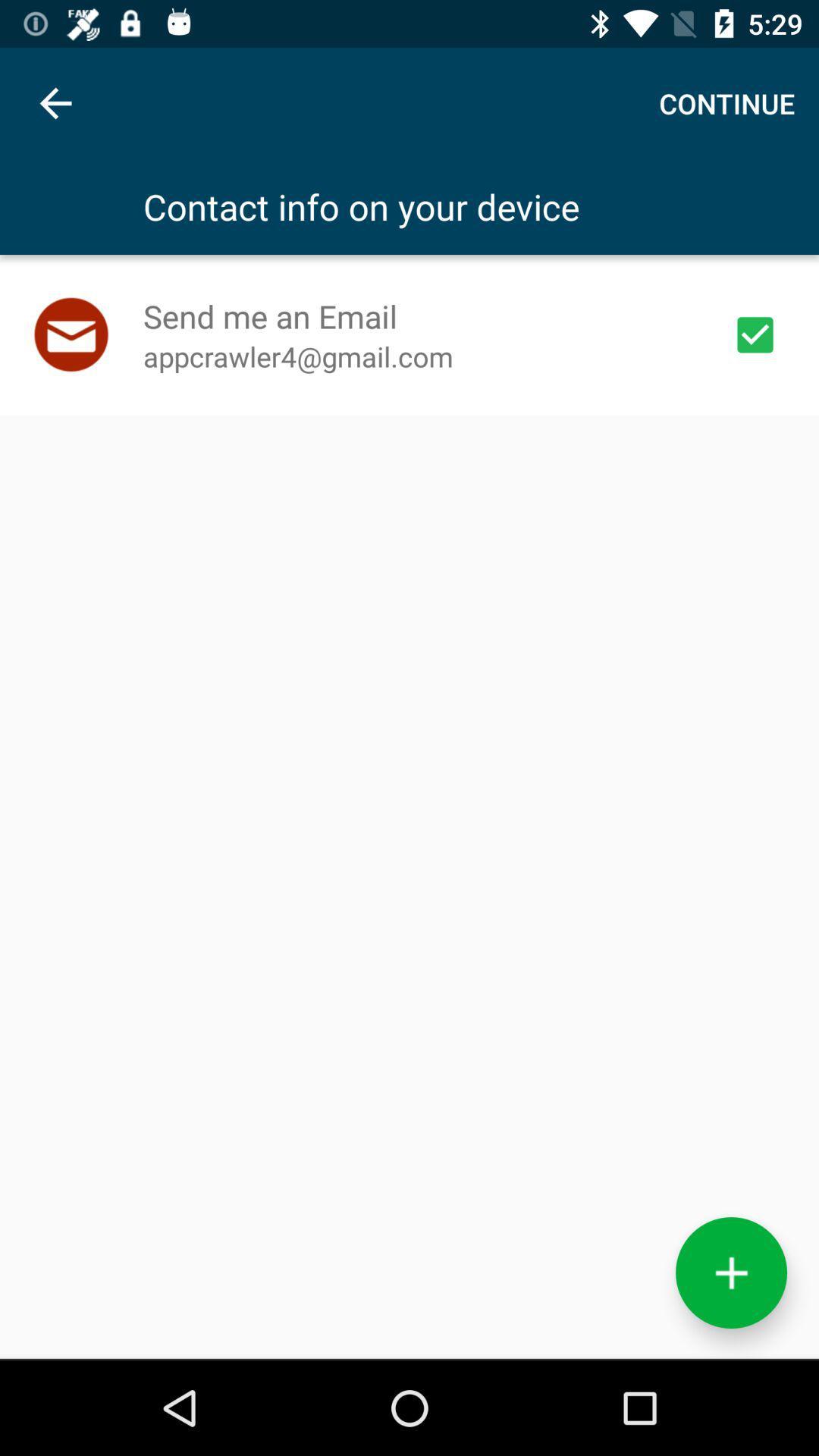 The height and width of the screenshot is (1456, 819). What do you see at coordinates (755, 334) in the screenshot?
I see `item below contact info on icon` at bounding box center [755, 334].